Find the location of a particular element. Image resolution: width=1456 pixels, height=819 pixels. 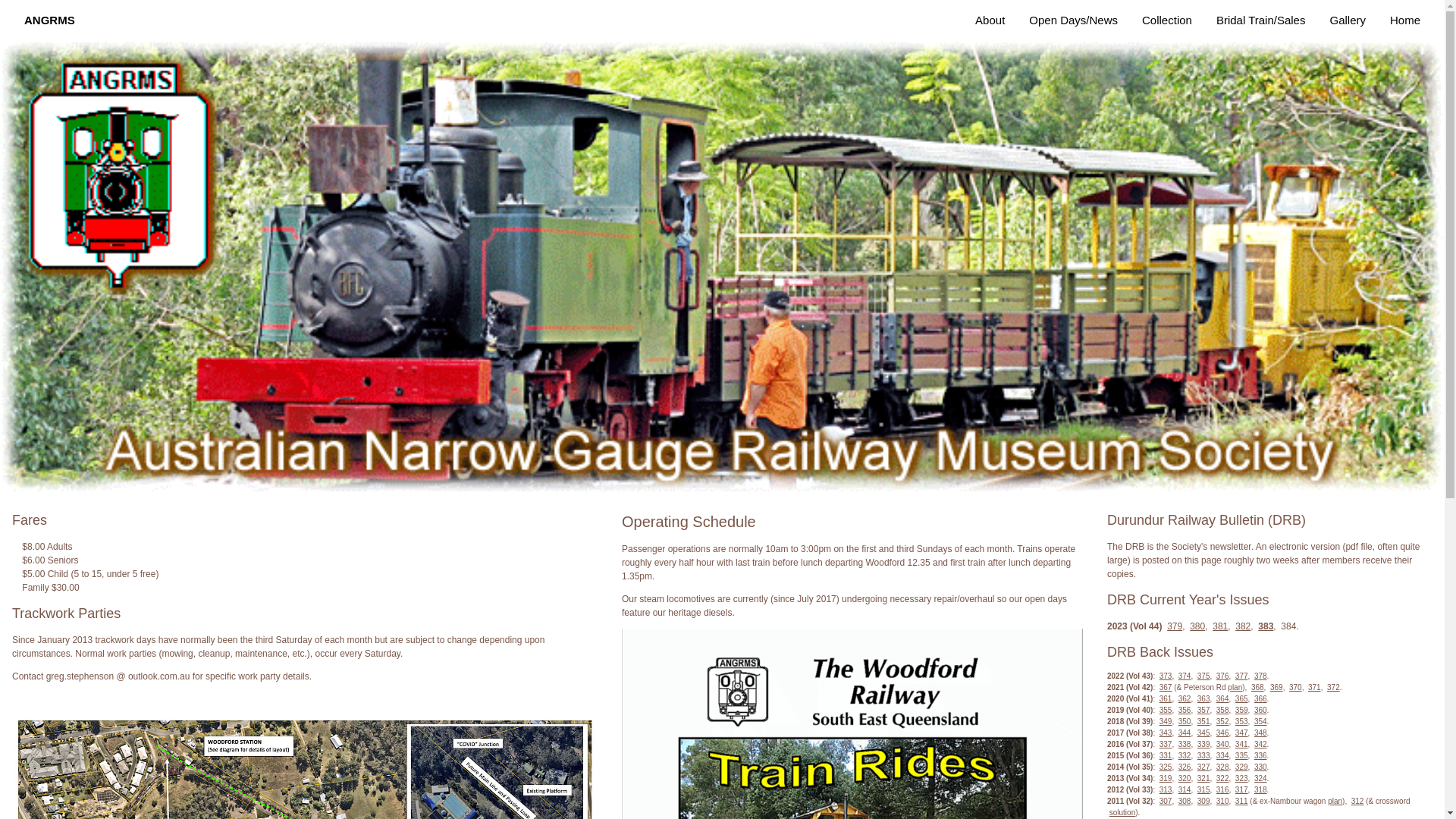

'383' is located at coordinates (1266, 626).